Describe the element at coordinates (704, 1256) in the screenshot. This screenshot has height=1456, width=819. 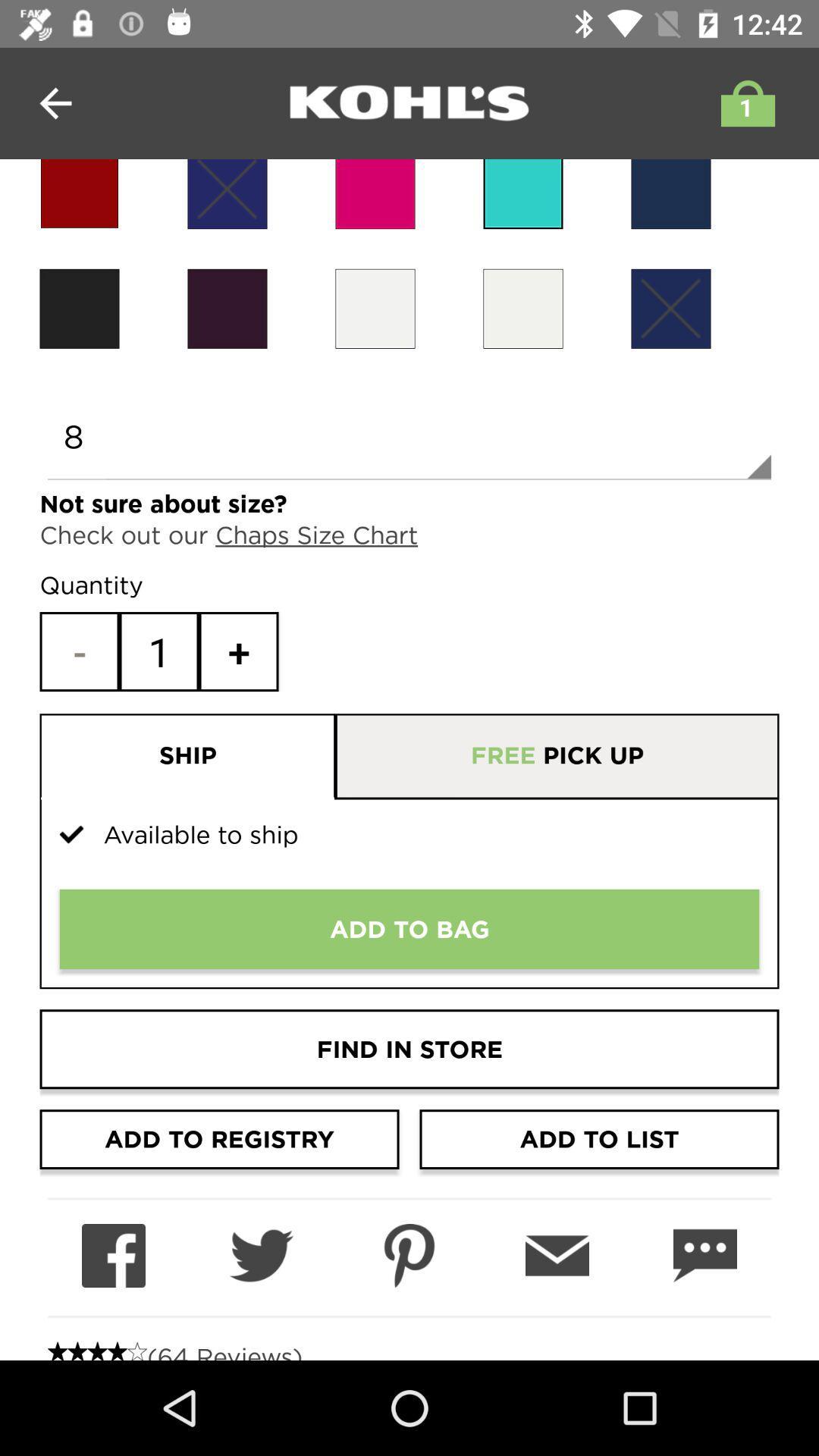
I see `the chat icon` at that location.